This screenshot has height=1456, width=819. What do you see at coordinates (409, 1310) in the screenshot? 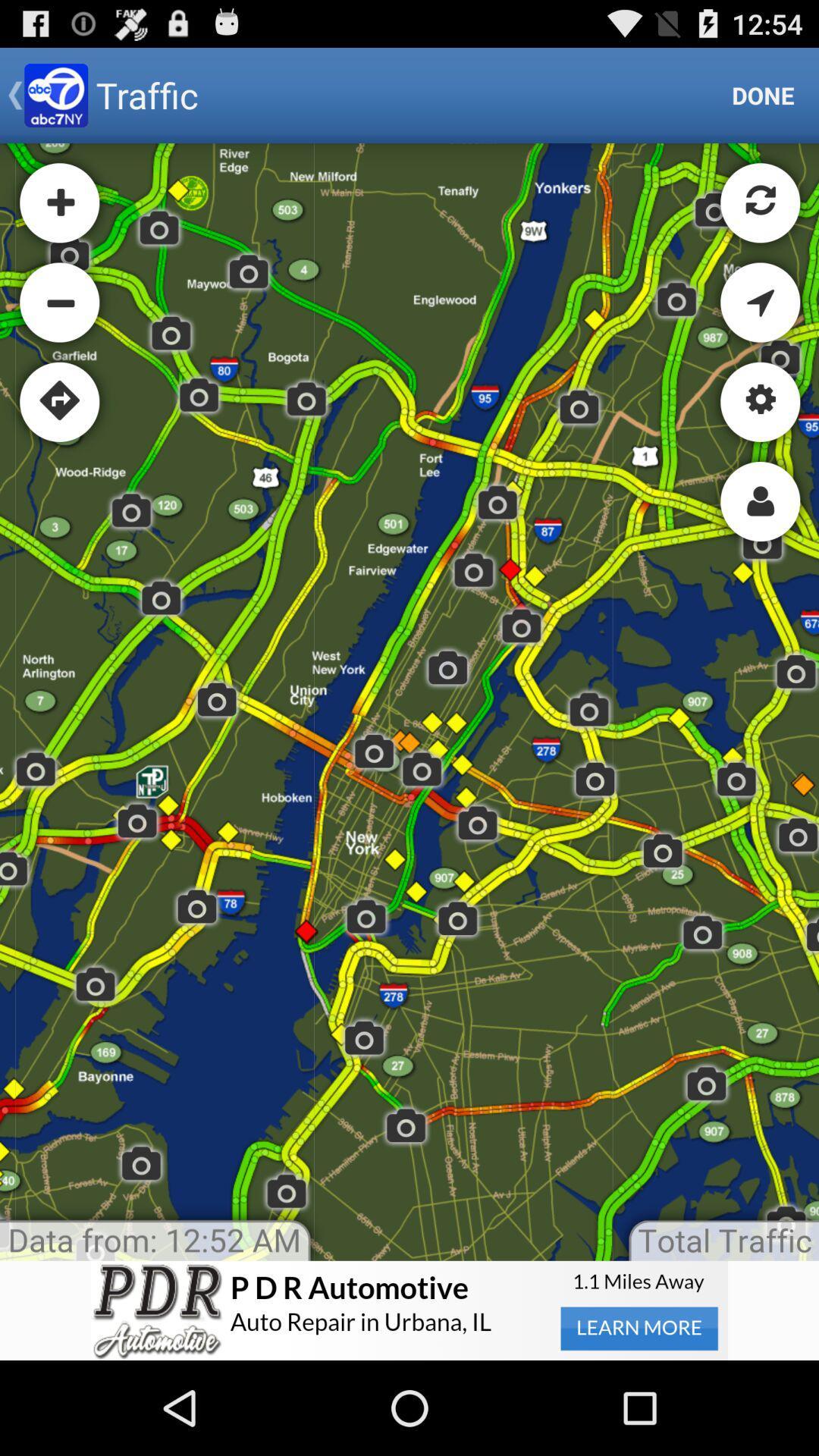
I see `advertisement page` at bounding box center [409, 1310].